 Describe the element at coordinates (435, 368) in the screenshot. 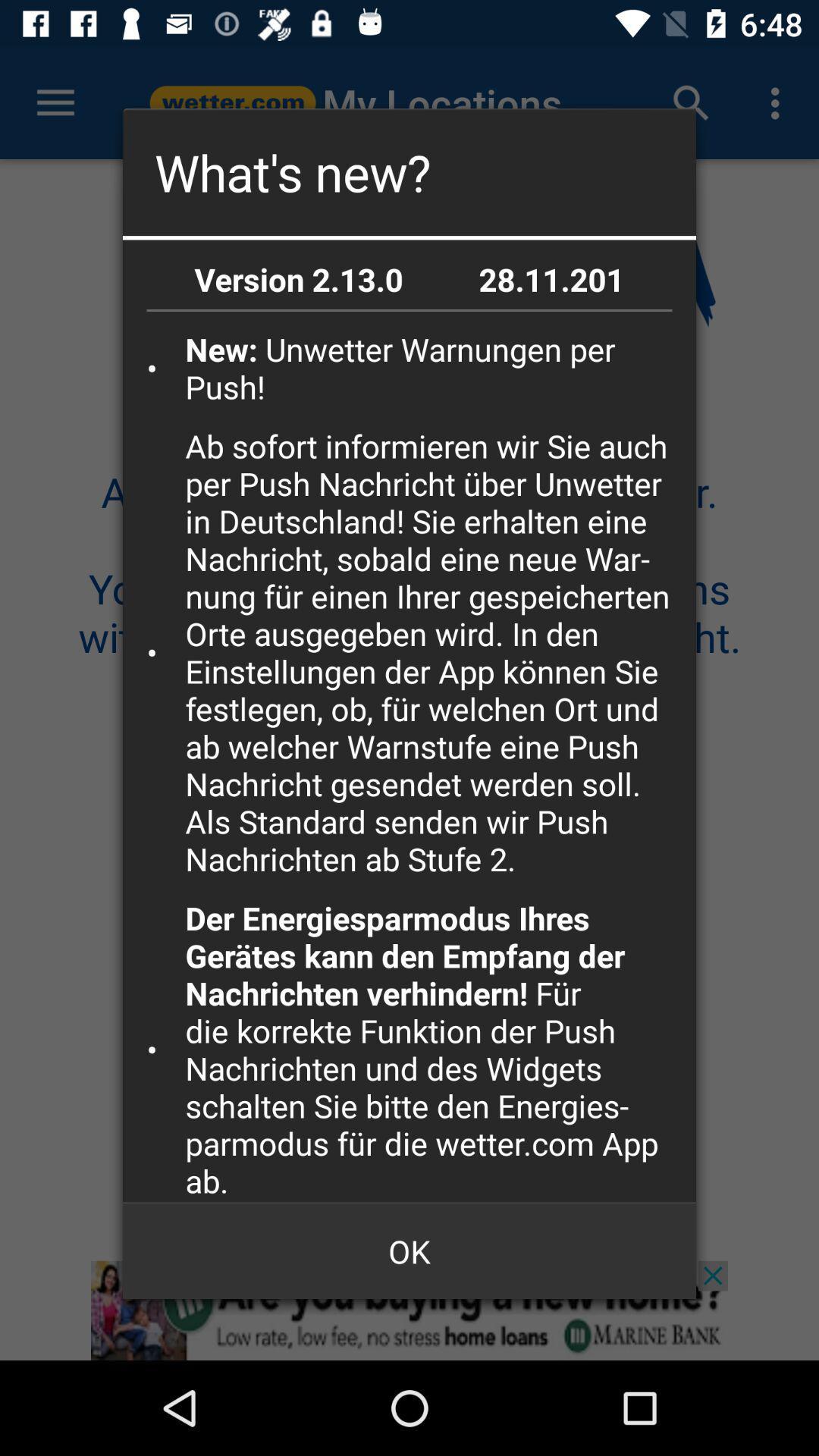

I see `new unwetter warnungen` at that location.